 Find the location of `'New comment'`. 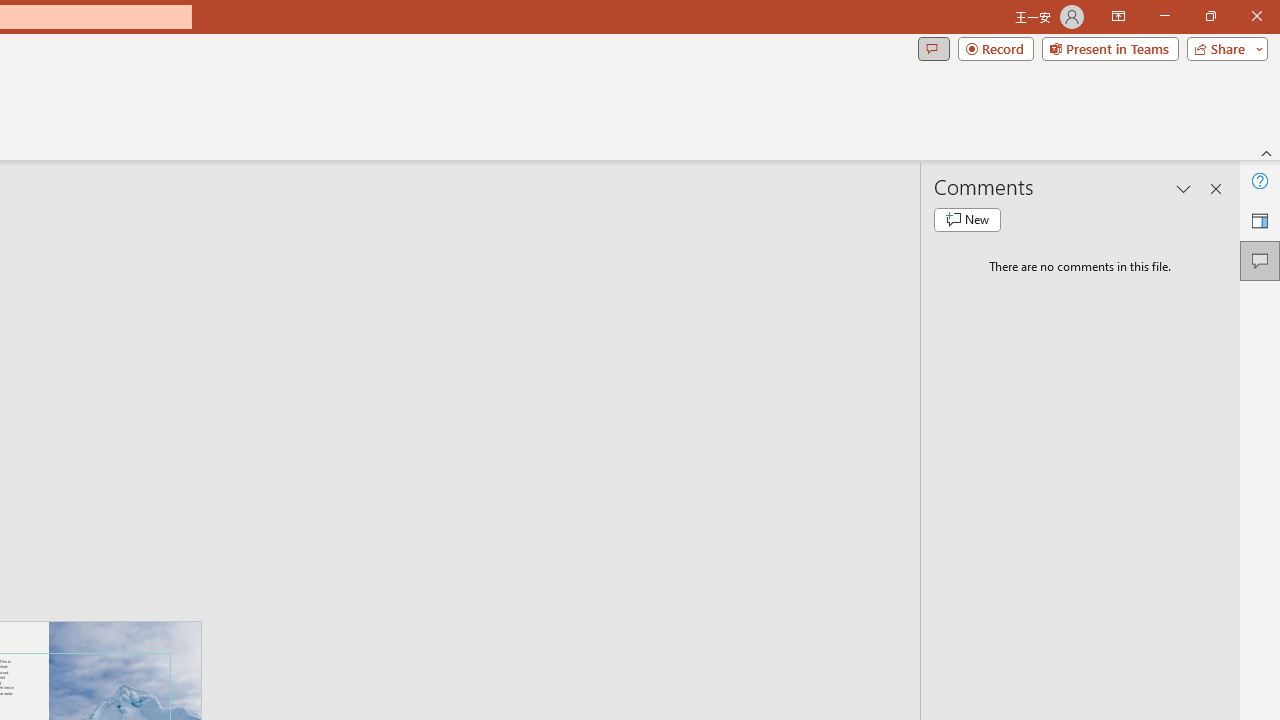

'New comment' is located at coordinates (967, 219).